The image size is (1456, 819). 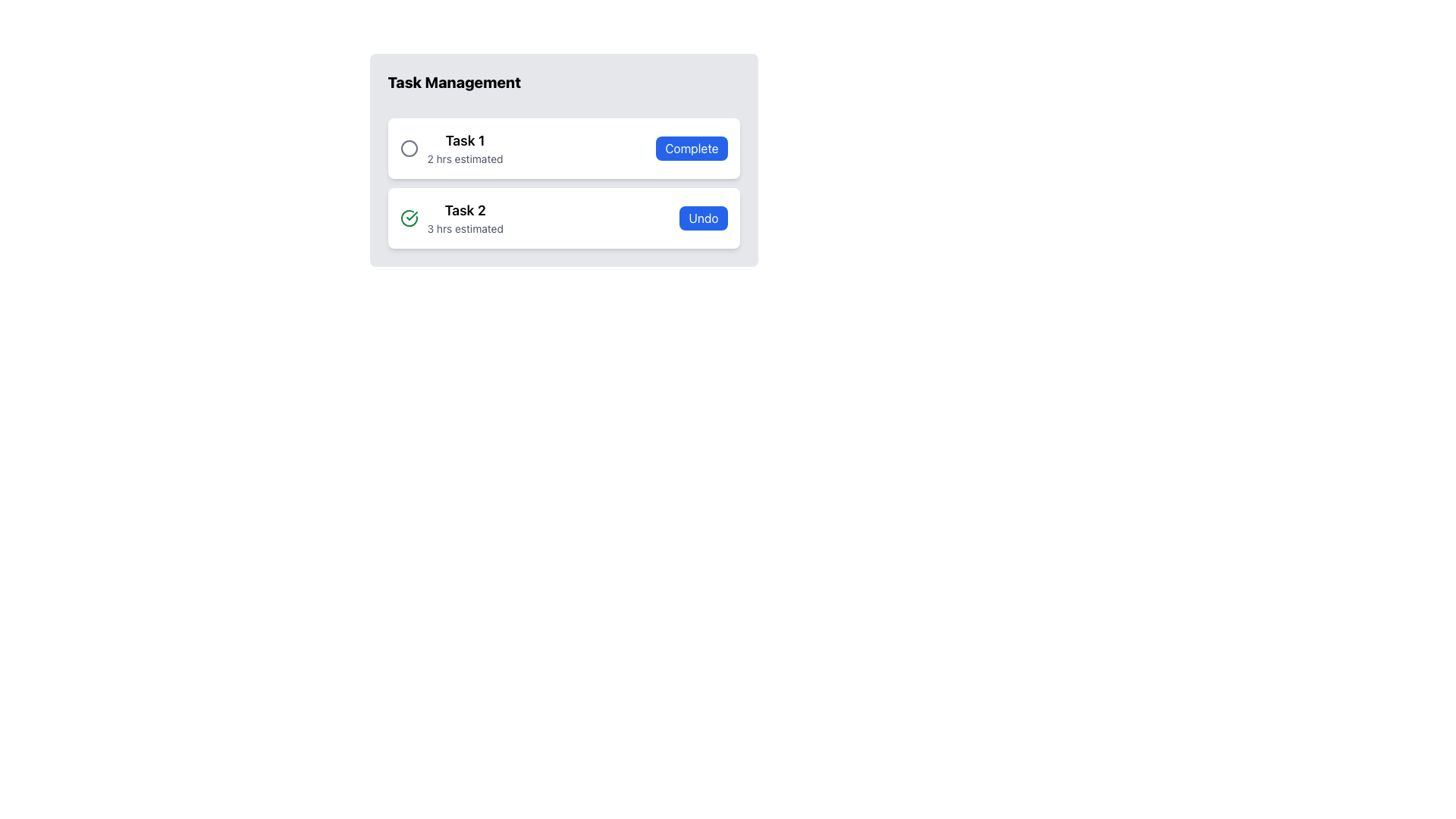 I want to click on the upper-left segment of the checkmark icon located to the left of the 'Task 2' label in the task management component, so click(x=409, y=218).